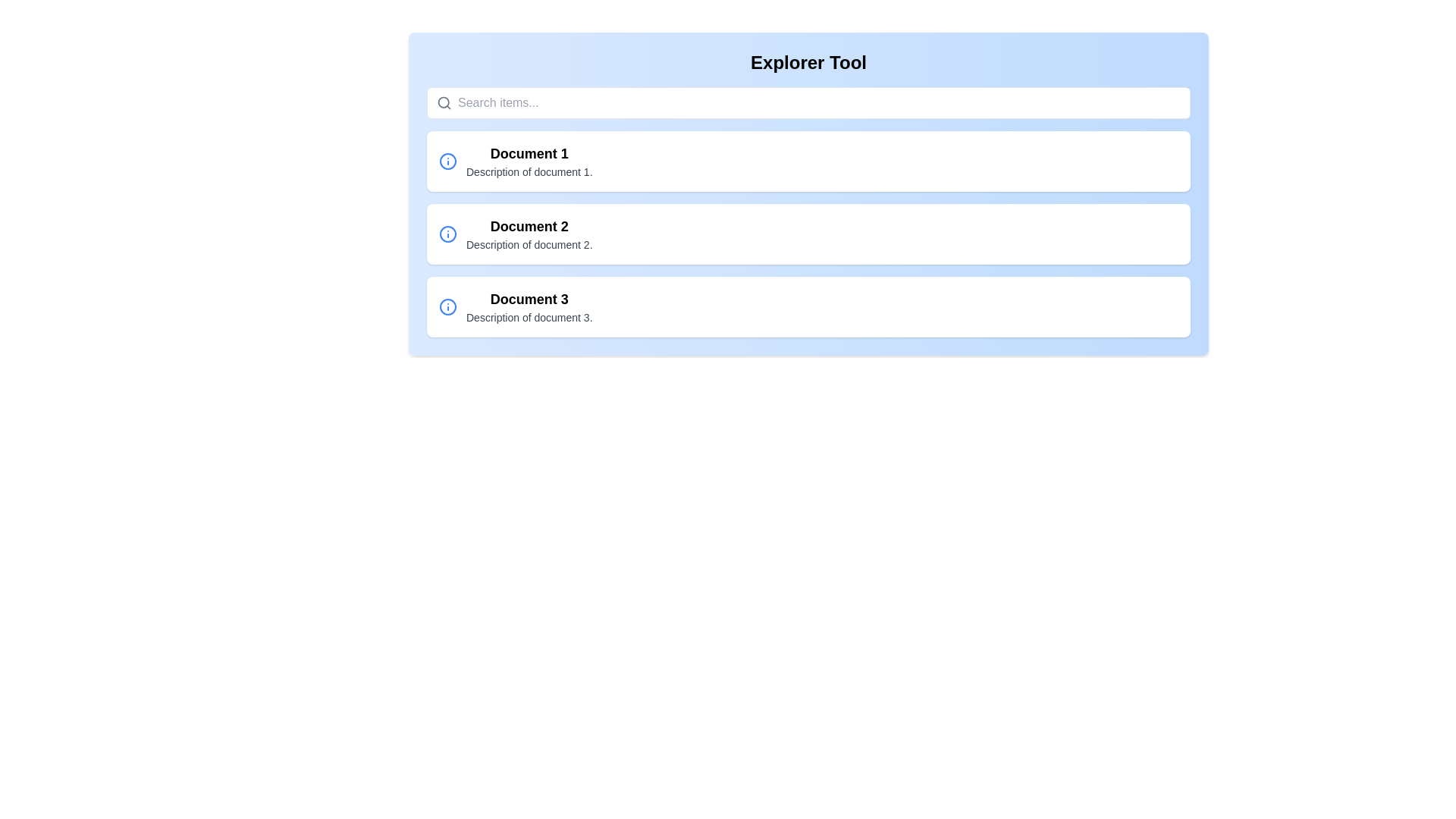 Image resolution: width=1456 pixels, height=819 pixels. Describe the element at coordinates (808, 62) in the screenshot. I see `the title header Text Label located at the top of the box containing a search field and a list of documents` at that location.